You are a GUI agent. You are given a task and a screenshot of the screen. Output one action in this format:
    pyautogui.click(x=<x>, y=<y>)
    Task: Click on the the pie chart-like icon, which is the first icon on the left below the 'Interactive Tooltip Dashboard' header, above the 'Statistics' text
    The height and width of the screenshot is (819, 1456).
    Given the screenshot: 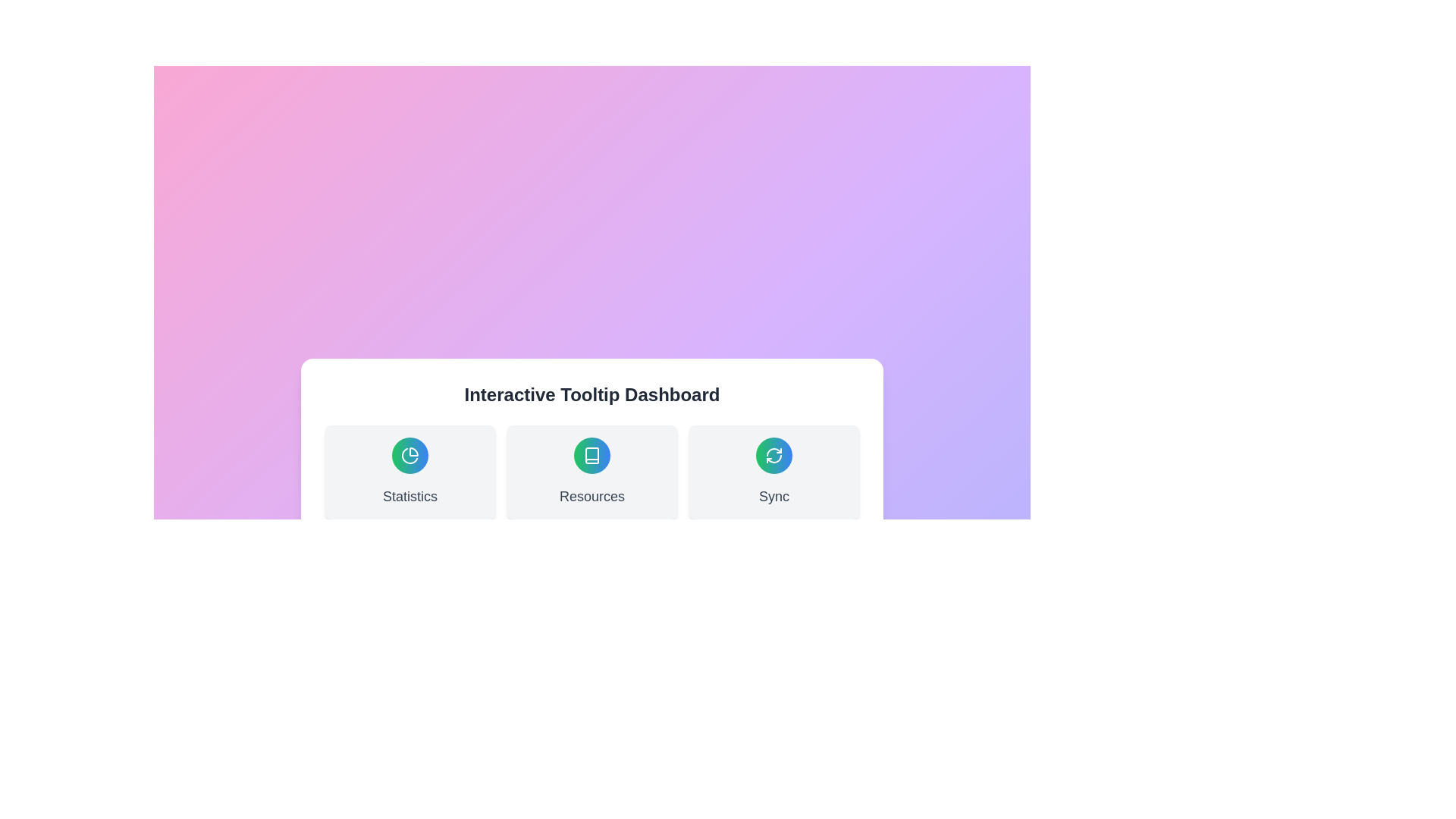 What is the action you would take?
    pyautogui.click(x=409, y=455)
    